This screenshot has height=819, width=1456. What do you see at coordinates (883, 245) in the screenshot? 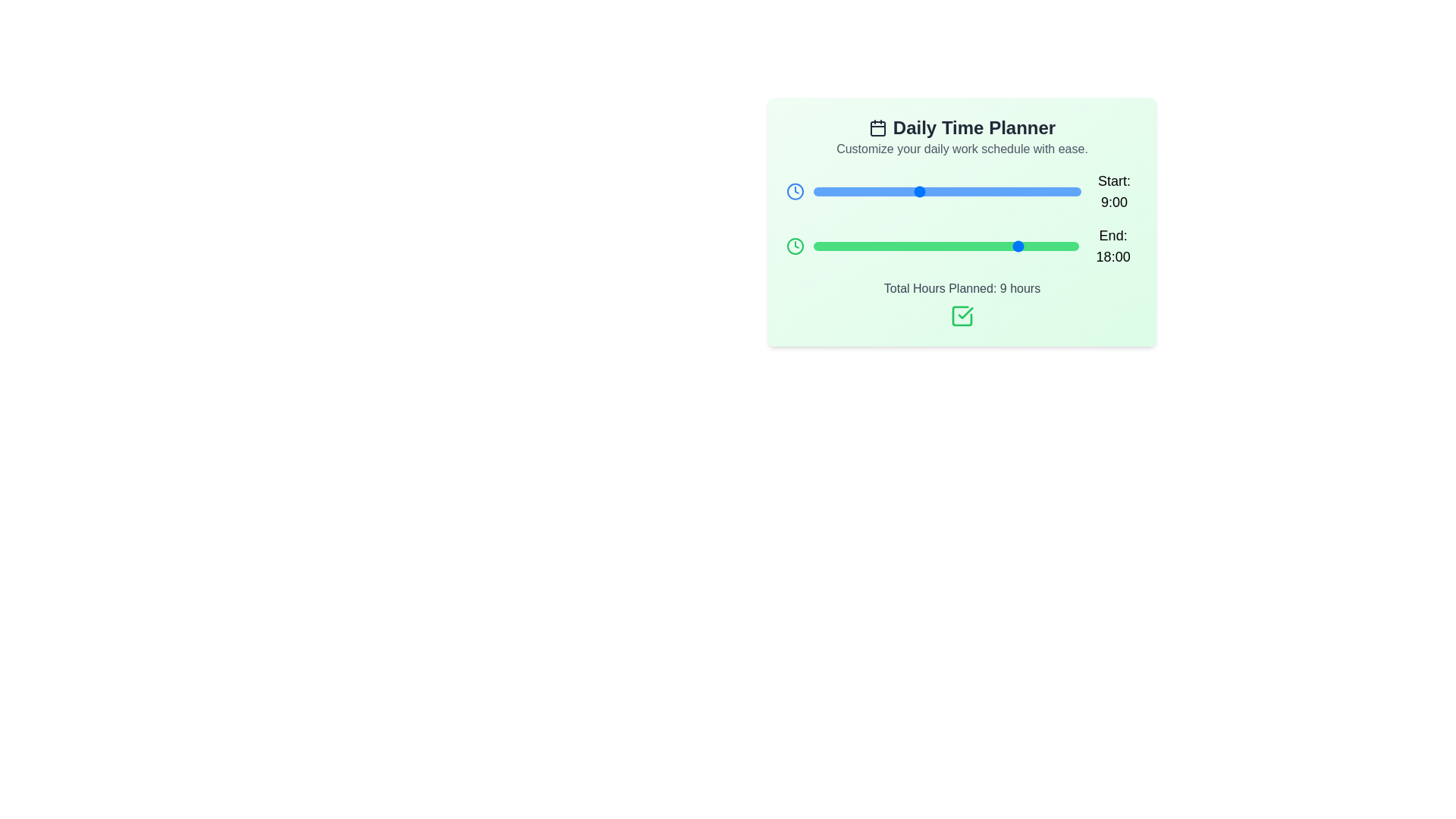
I see `the 'End' slider to set the end time to 6:00` at bounding box center [883, 245].